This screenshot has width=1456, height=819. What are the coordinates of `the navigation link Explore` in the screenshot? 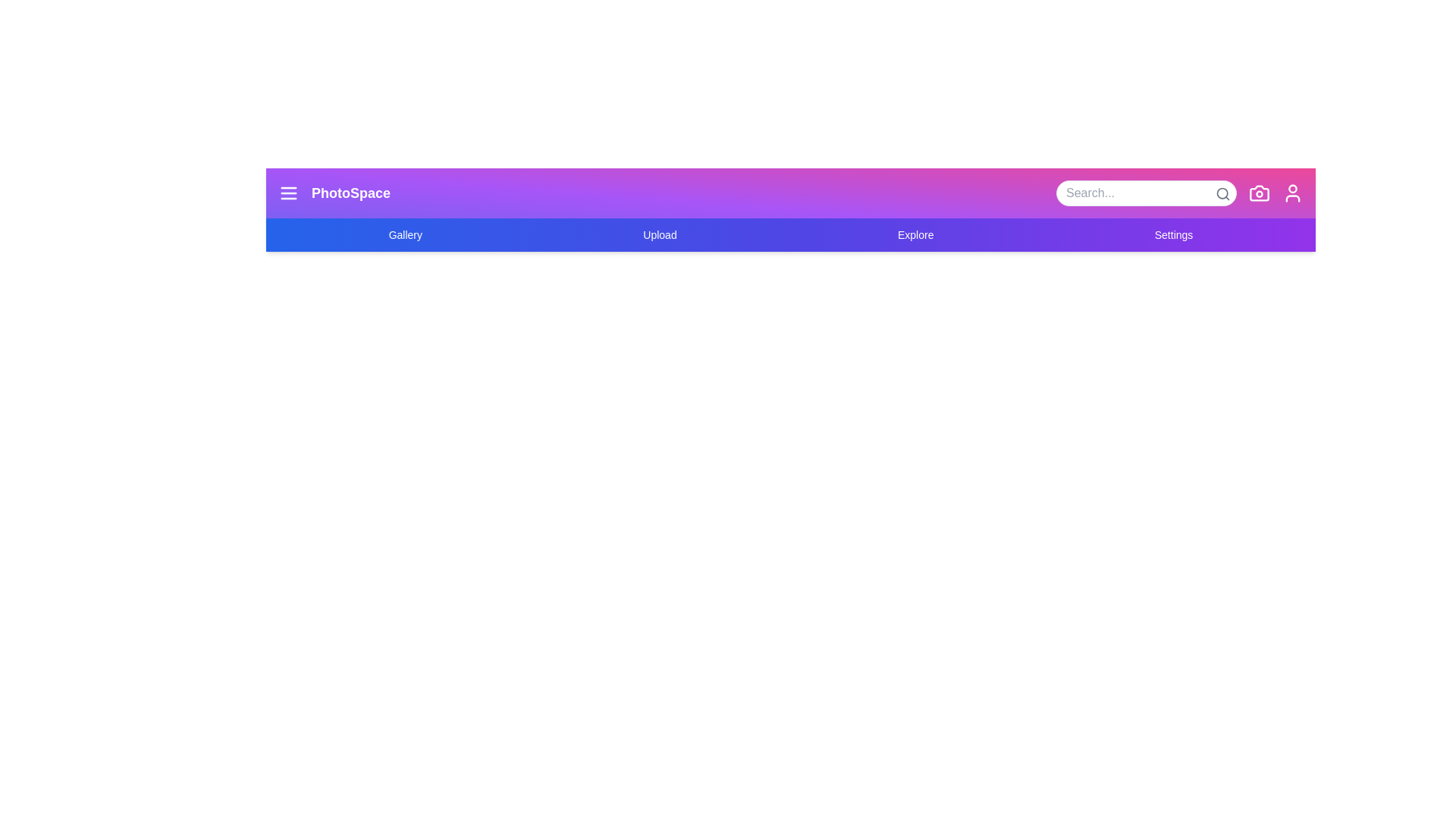 It's located at (914, 234).